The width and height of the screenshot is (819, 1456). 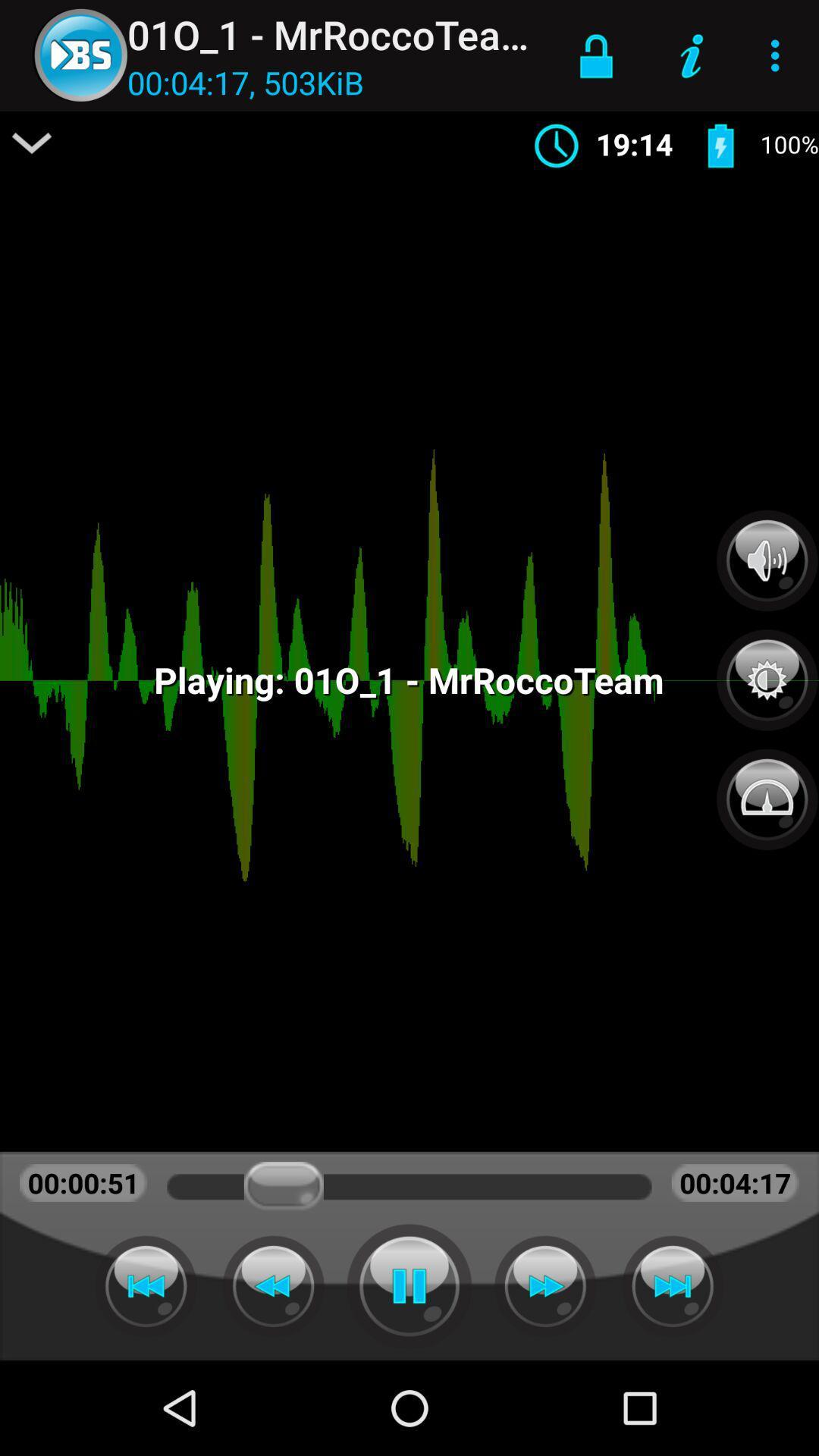 What do you see at coordinates (767, 560) in the screenshot?
I see `adjust sound` at bounding box center [767, 560].